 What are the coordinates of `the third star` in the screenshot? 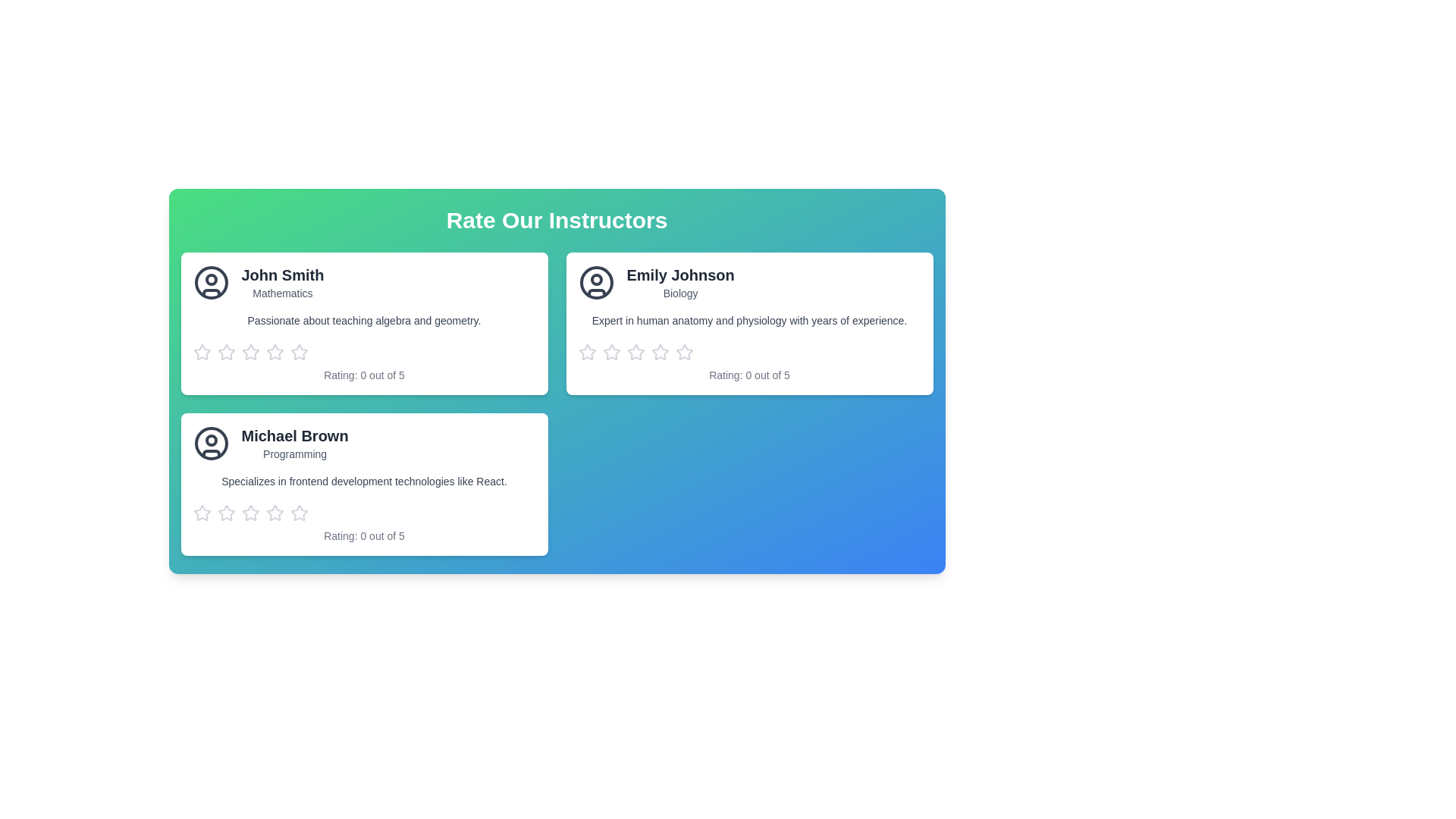 It's located at (683, 351).